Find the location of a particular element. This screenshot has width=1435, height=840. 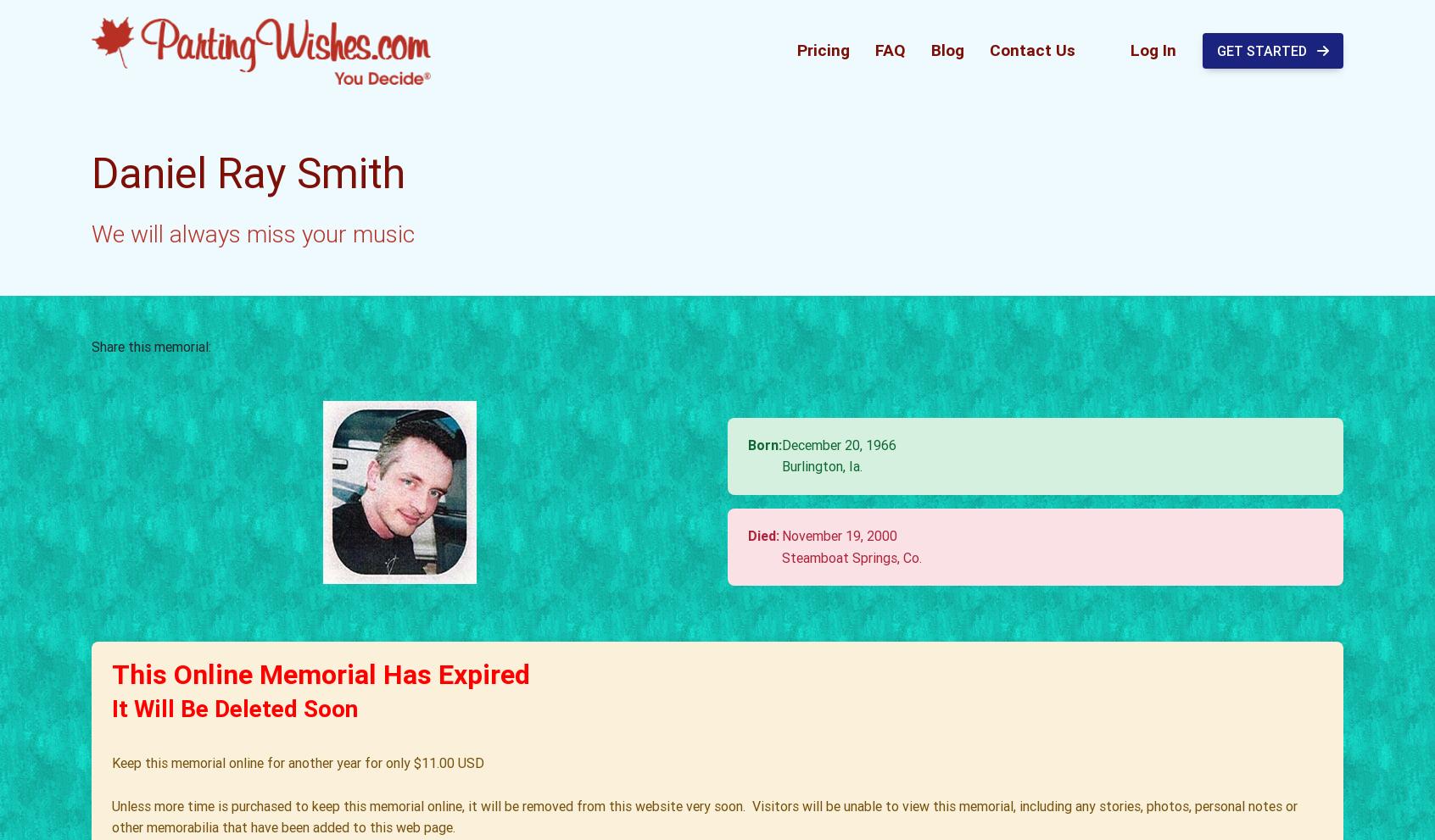

'Daniel,' is located at coordinates (853, 59).